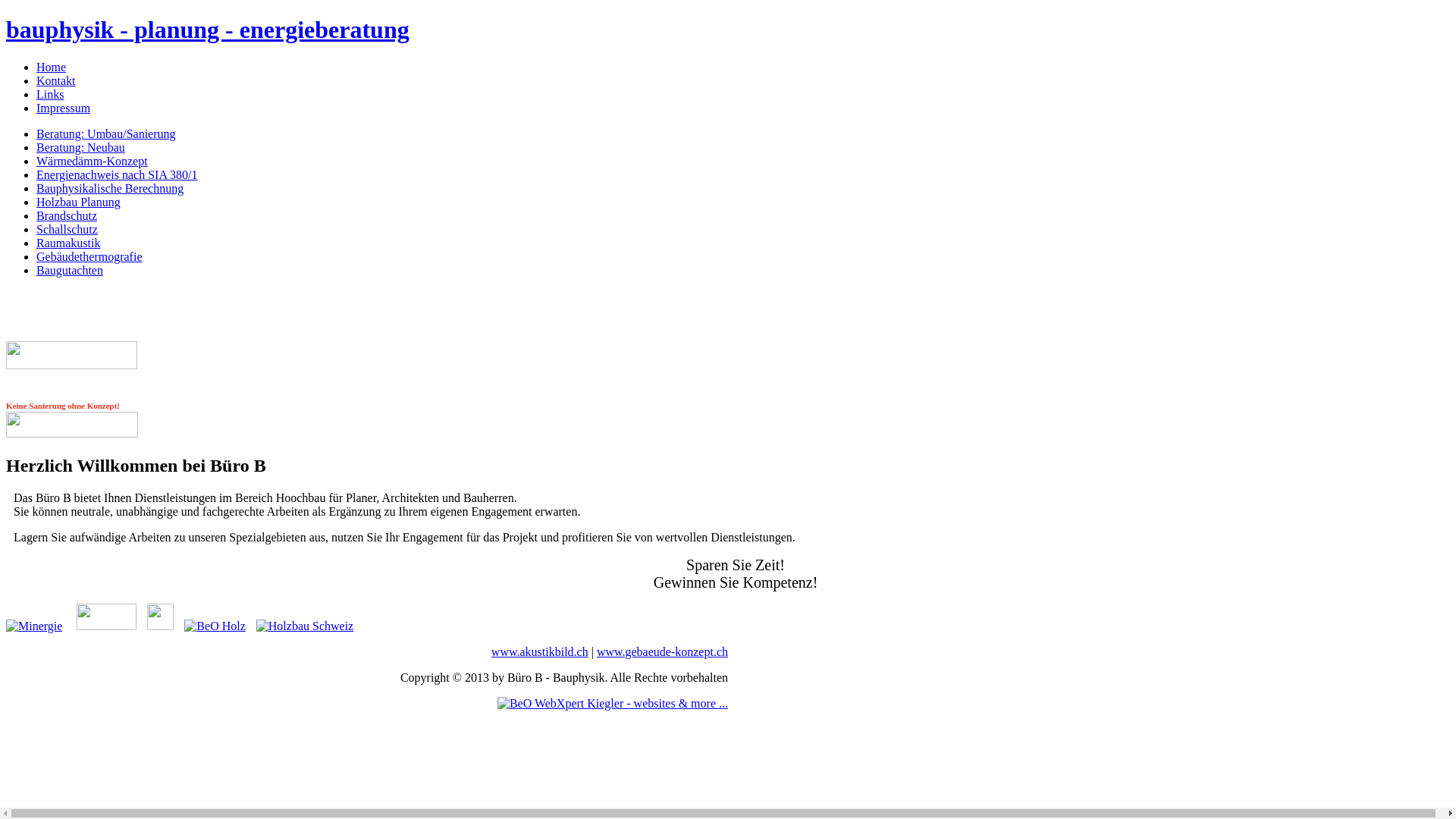  Describe the element at coordinates (50, 94) in the screenshot. I see `'Links'` at that location.